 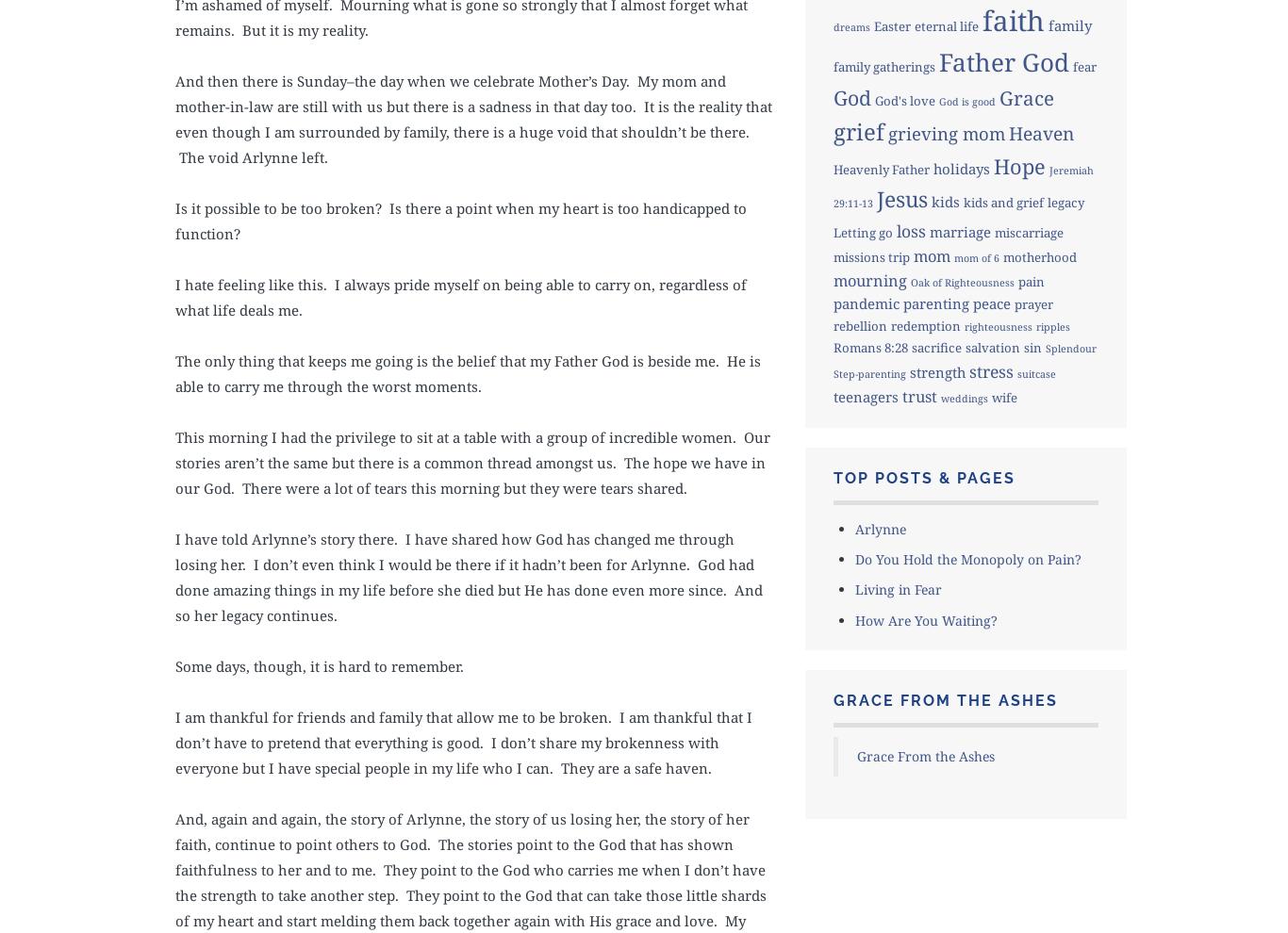 What do you see at coordinates (1031, 346) in the screenshot?
I see `'sin'` at bounding box center [1031, 346].